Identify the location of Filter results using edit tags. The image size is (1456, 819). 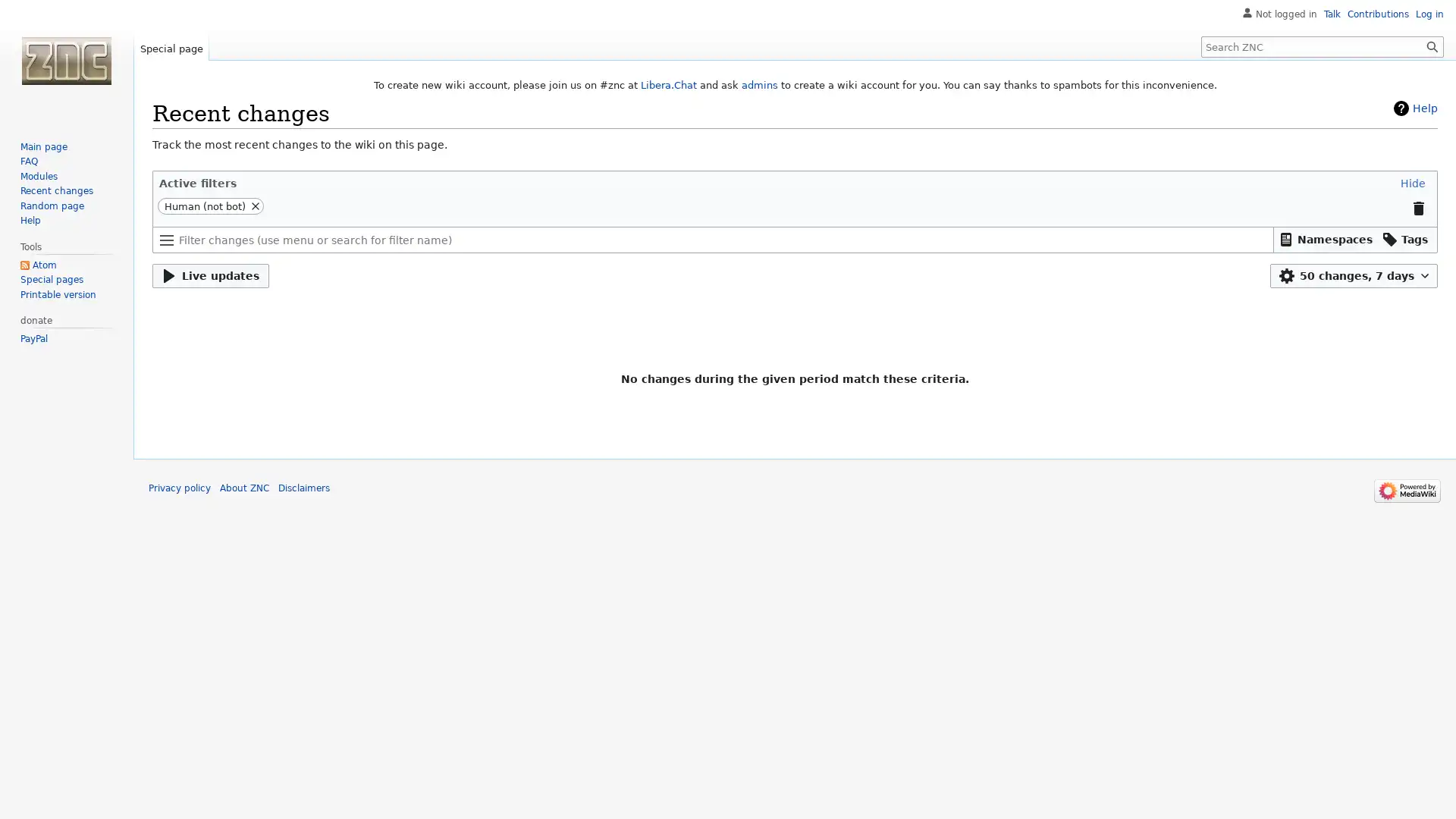
(1404, 239).